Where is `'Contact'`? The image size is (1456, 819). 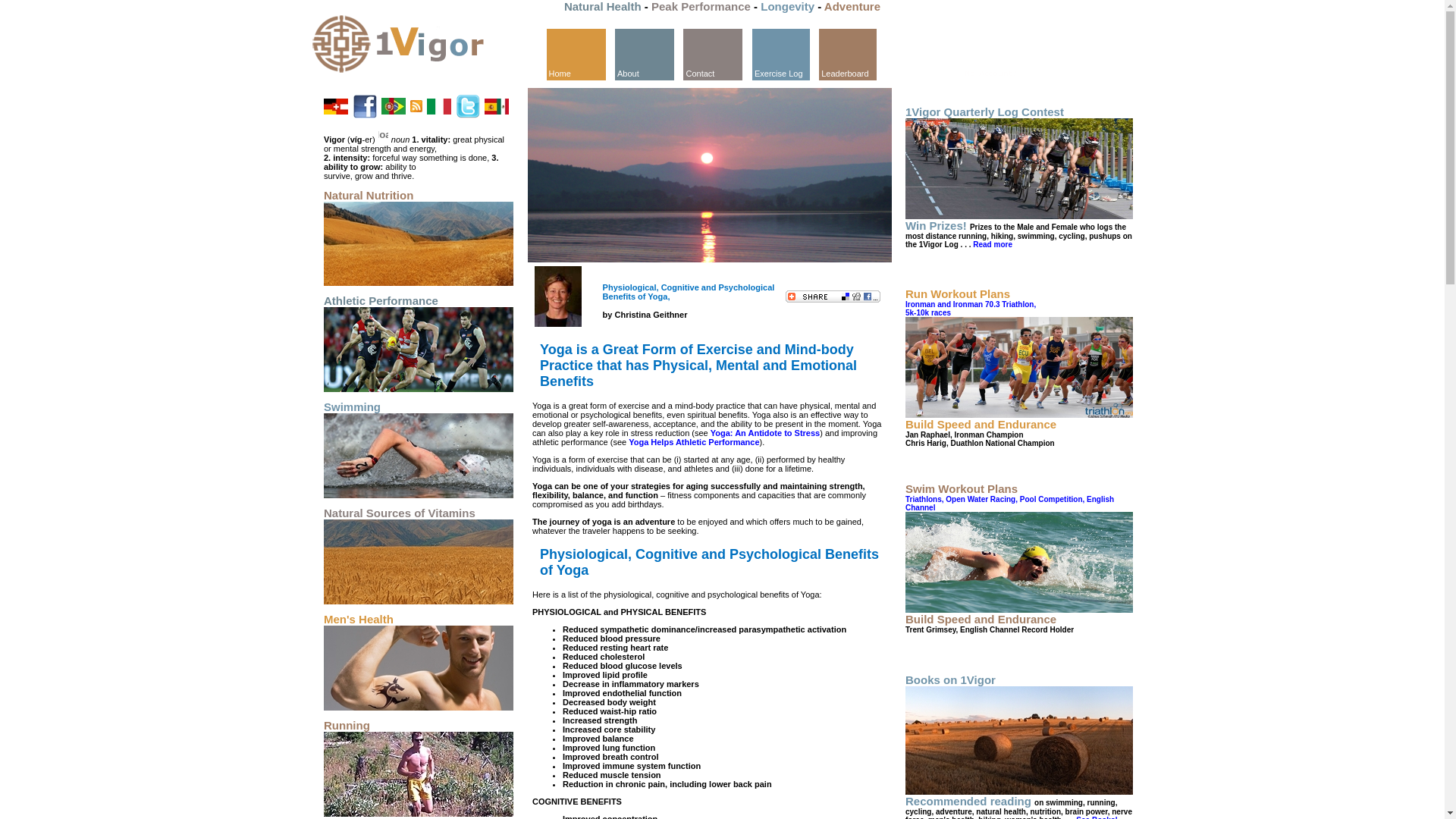 'Contact' is located at coordinates (712, 54).